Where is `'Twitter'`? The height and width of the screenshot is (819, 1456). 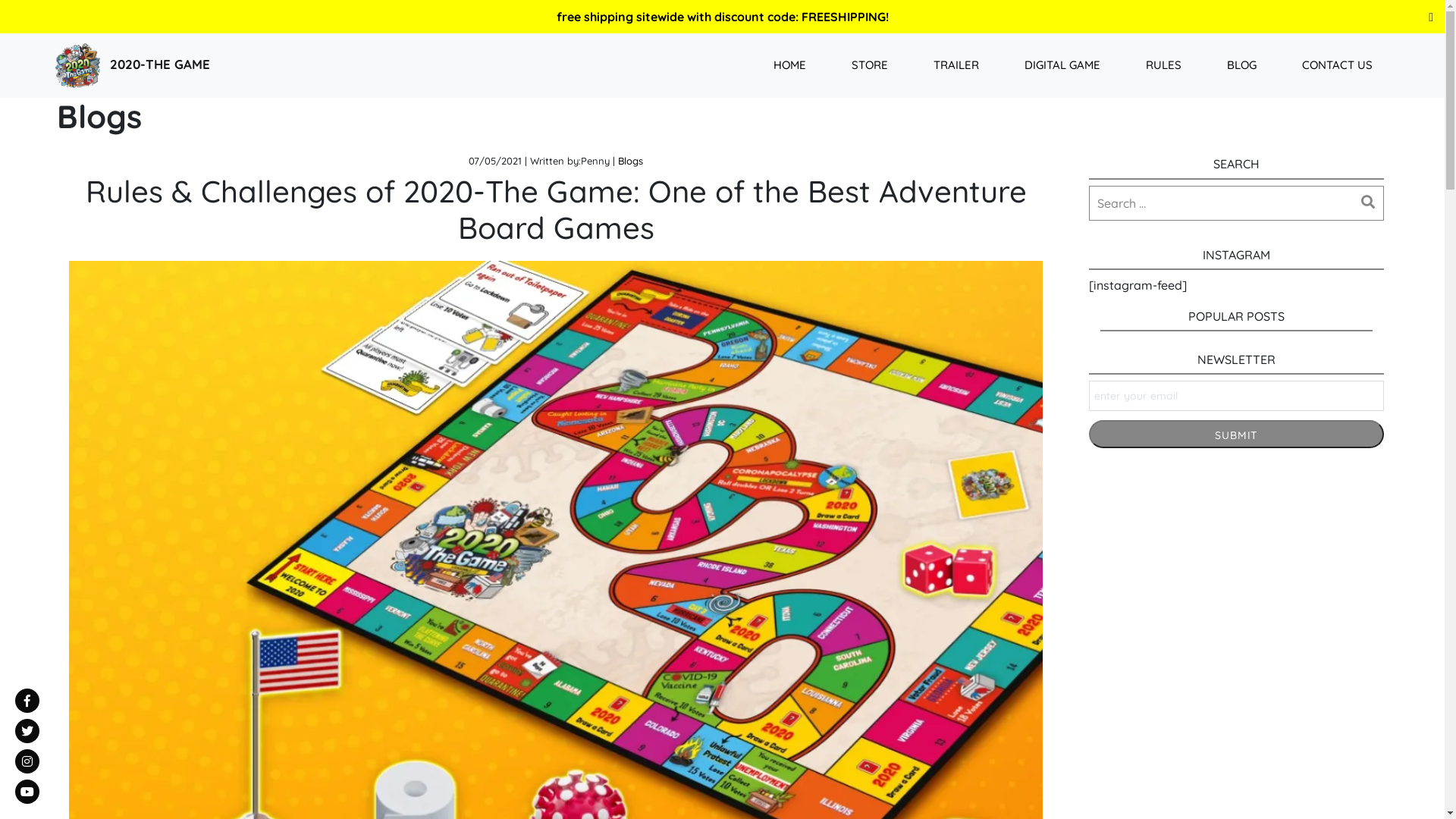 'Twitter' is located at coordinates (27, 730).